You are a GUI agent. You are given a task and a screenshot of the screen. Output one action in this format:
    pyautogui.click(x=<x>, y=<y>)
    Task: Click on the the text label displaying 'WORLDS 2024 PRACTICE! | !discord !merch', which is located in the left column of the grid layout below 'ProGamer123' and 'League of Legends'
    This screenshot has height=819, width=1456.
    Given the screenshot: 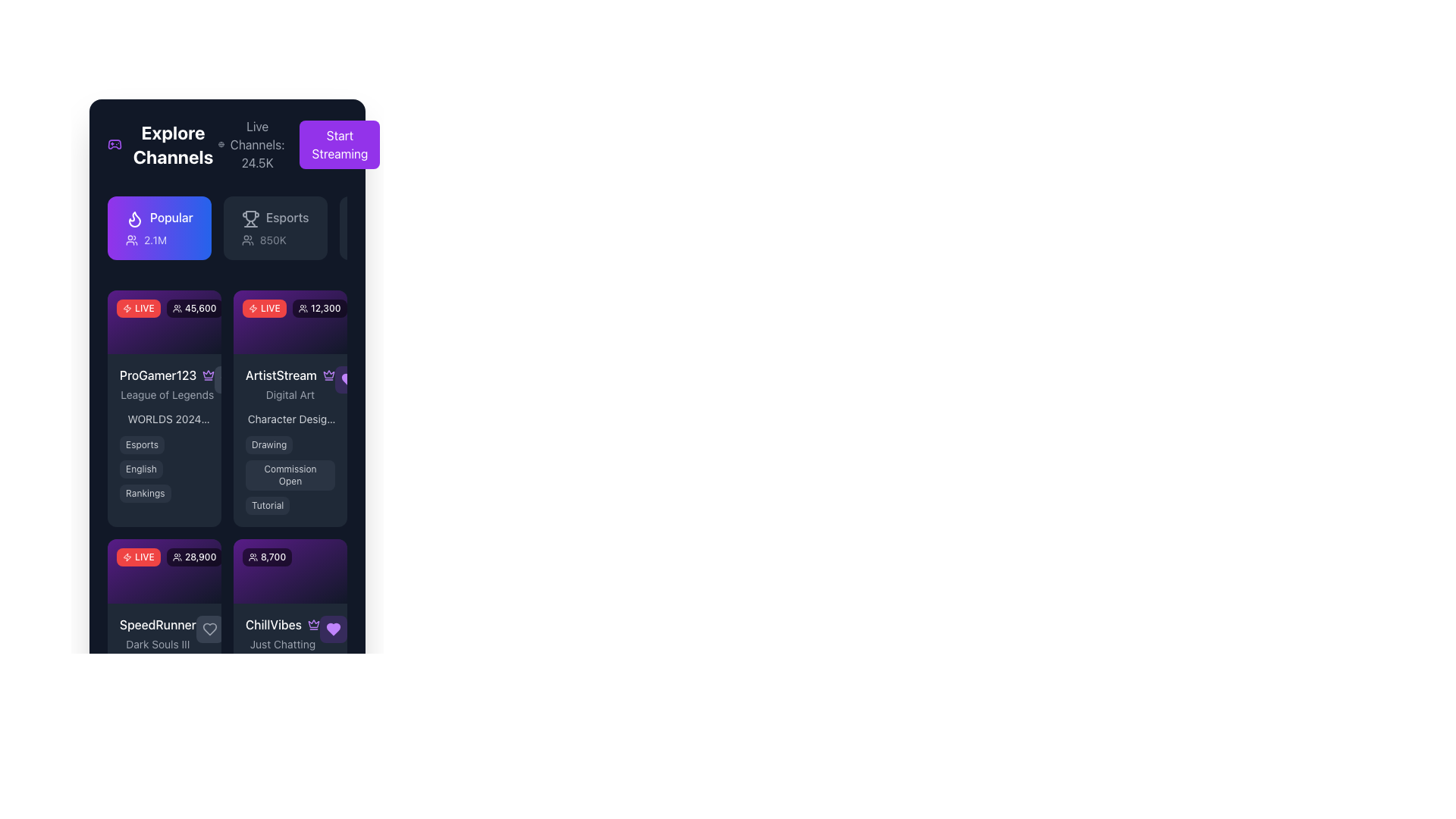 What is the action you would take?
    pyautogui.click(x=164, y=419)
    